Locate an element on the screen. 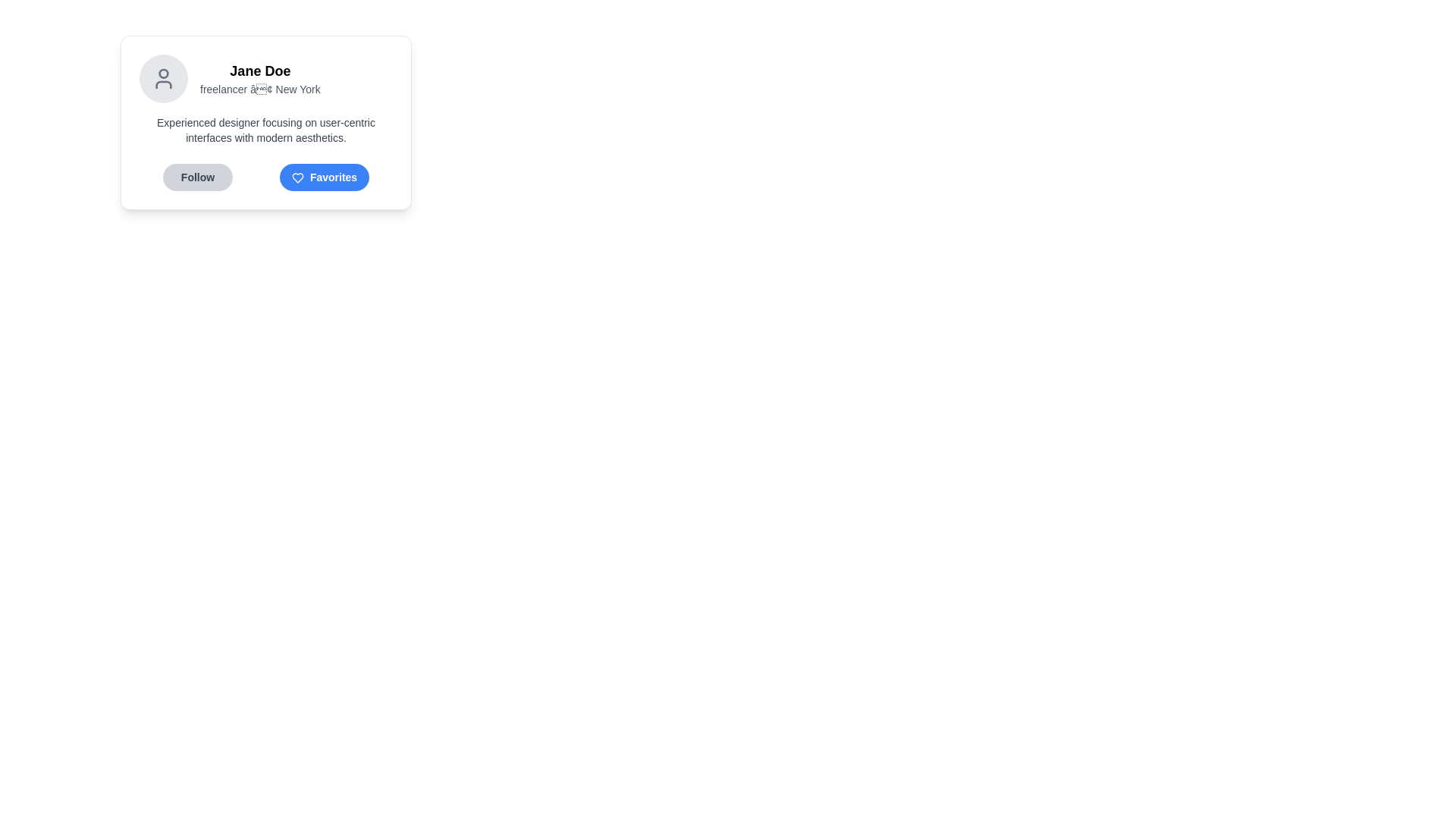 Image resolution: width=1456 pixels, height=819 pixels. the user icon, which is a minimalistic illustration of a person's shoulders and head outlined in gray, located at the top-left area of the information card is located at coordinates (164, 79).